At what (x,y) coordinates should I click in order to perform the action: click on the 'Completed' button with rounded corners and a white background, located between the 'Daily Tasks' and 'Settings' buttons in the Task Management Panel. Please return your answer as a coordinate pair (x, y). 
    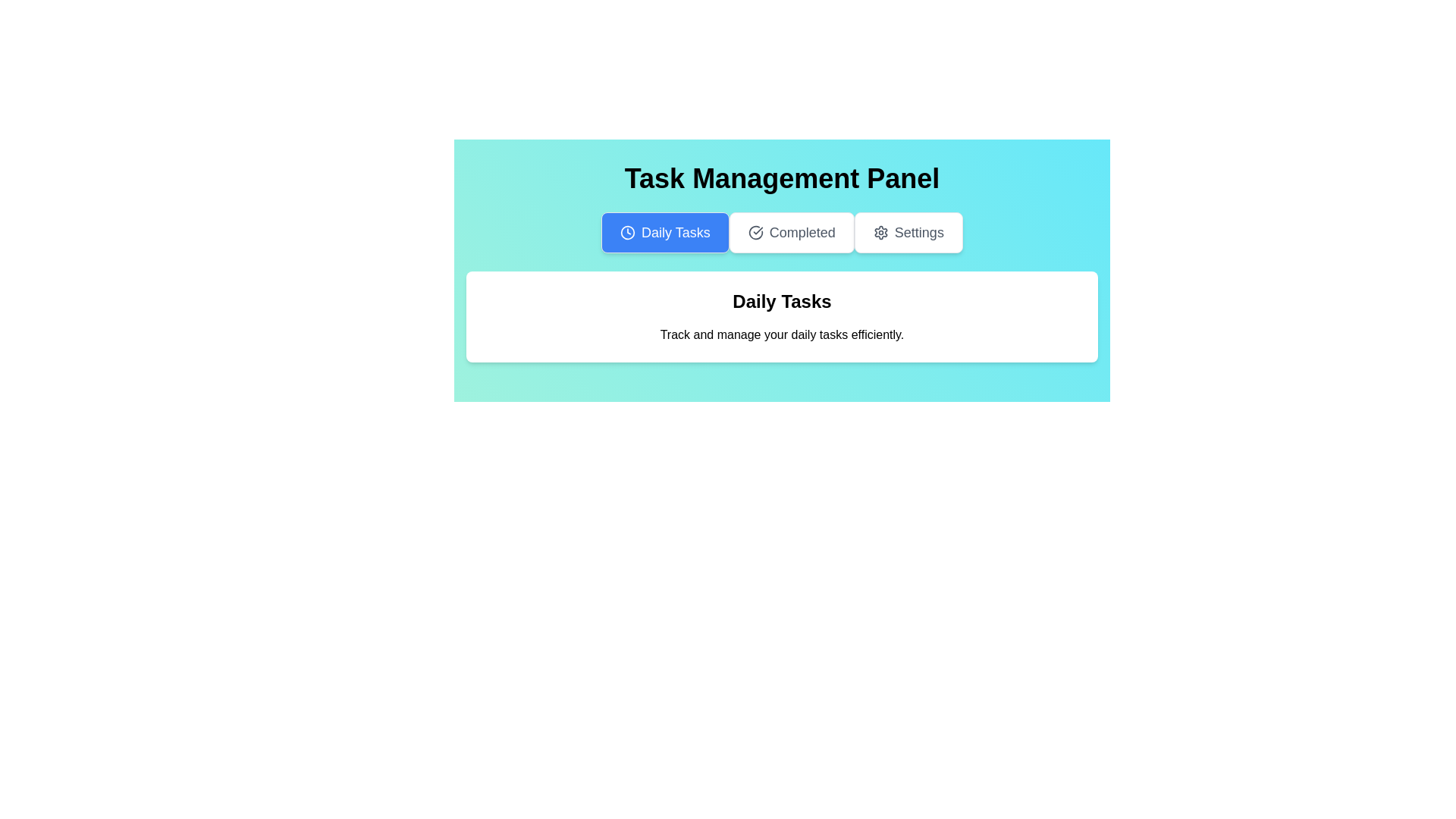
    Looking at the image, I should click on (790, 233).